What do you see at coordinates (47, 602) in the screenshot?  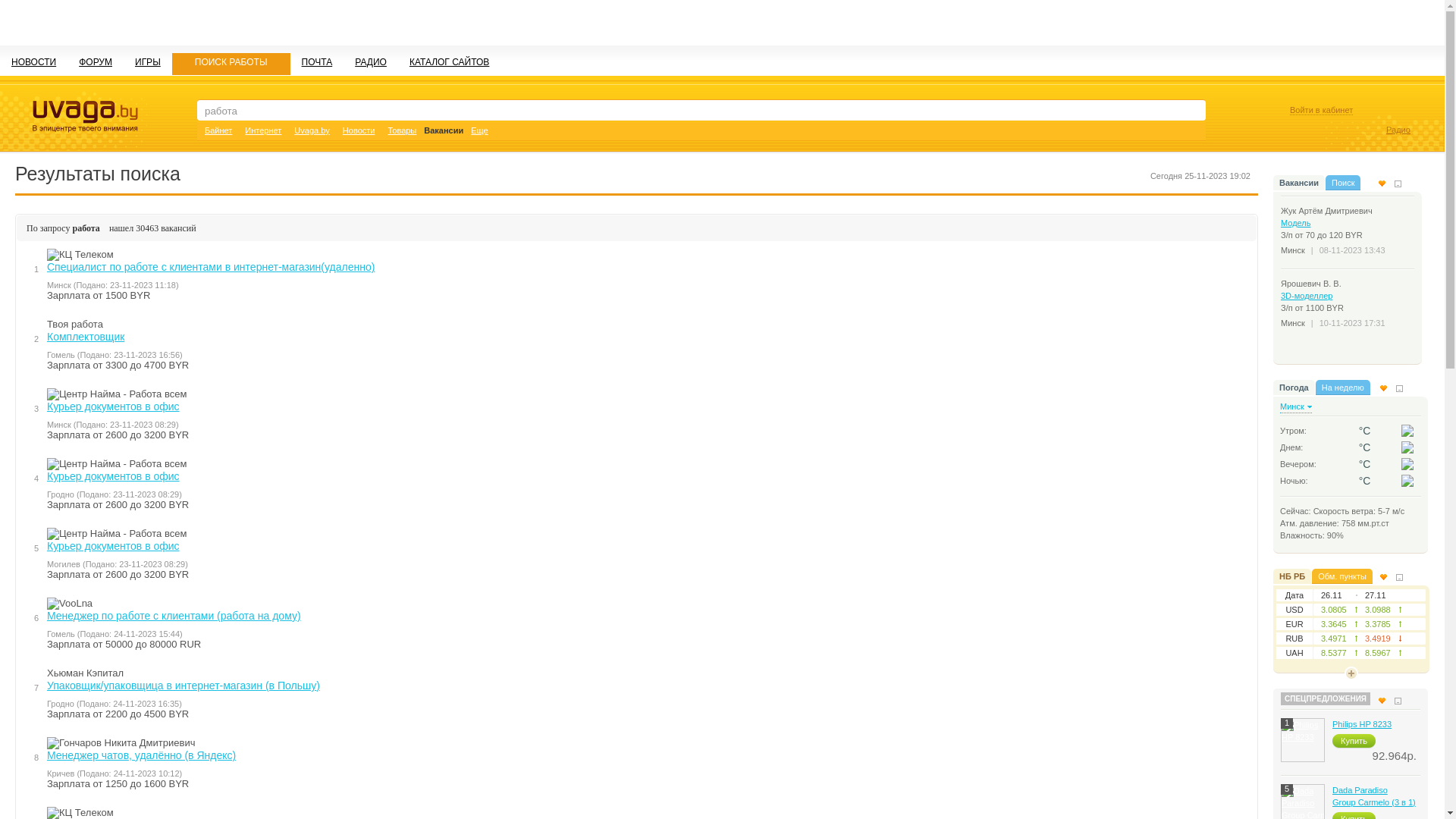 I see `'VooLna'` at bounding box center [47, 602].